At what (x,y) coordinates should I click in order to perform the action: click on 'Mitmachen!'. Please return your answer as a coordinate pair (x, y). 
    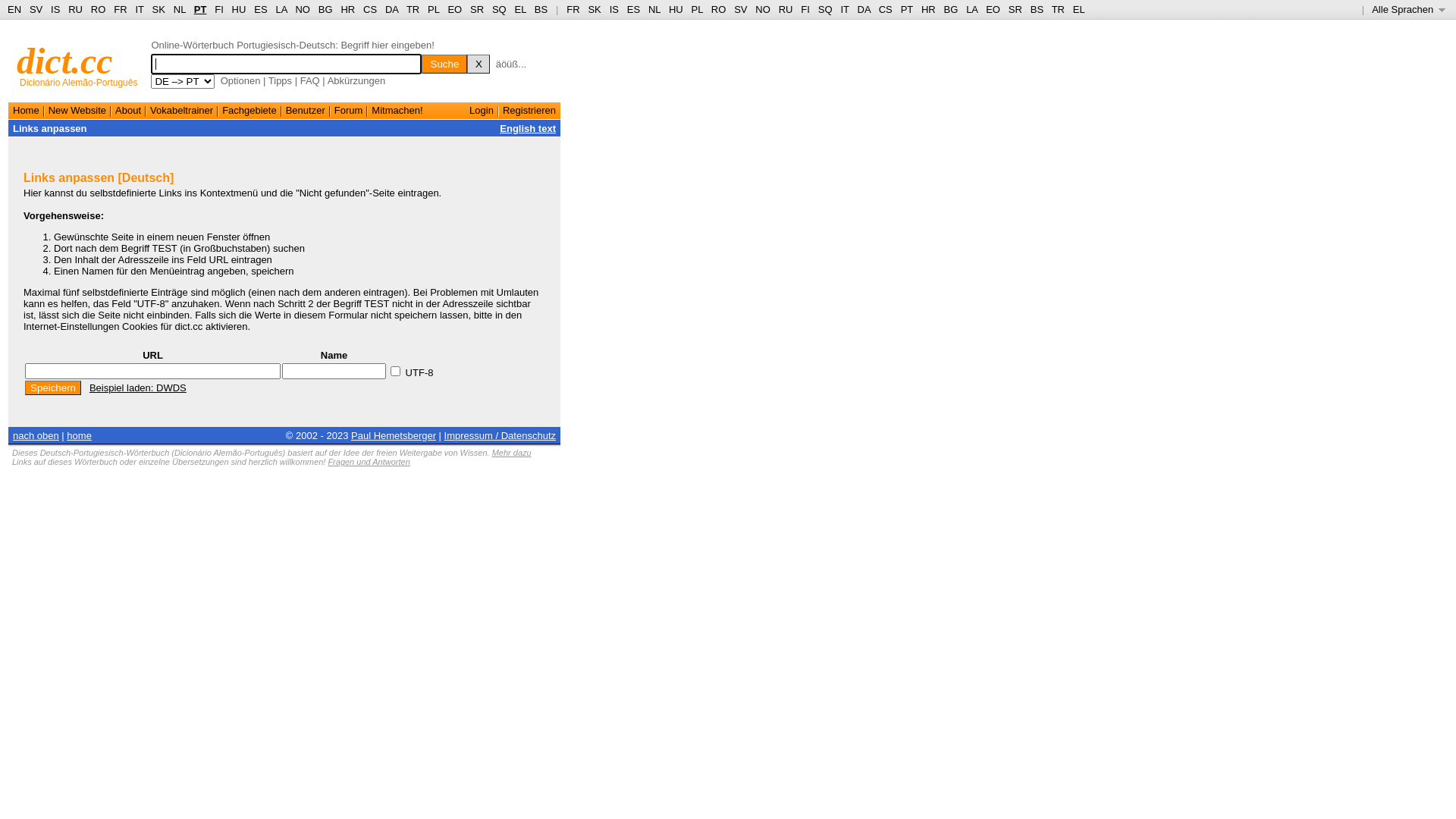
    Looking at the image, I should click on (397, 109).